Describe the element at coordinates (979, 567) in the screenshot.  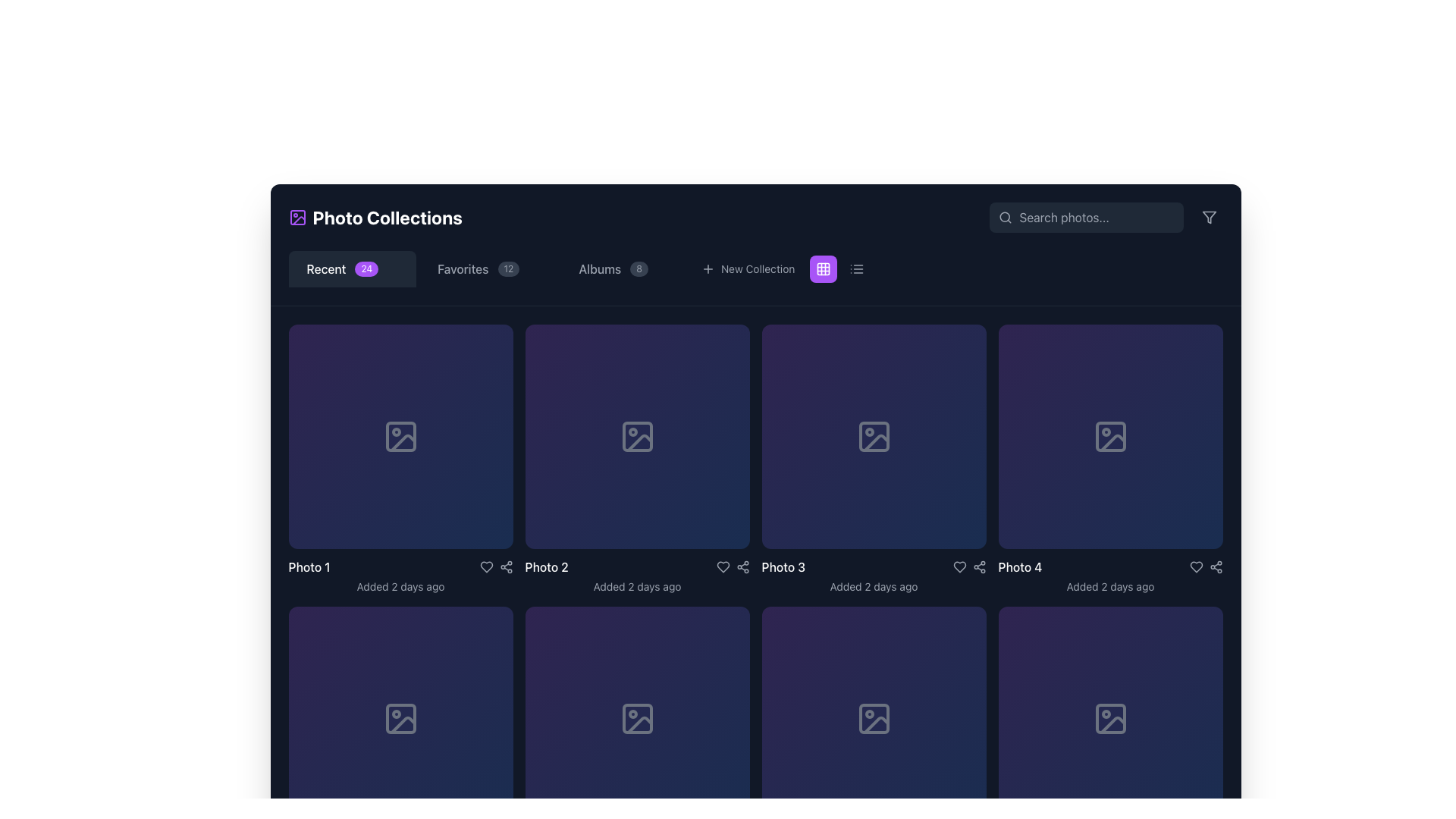
I see `the share icon button, which resembles a share symbol with three dots connected by lines, located in the bottom-right corner of the fourth image card` at that location.